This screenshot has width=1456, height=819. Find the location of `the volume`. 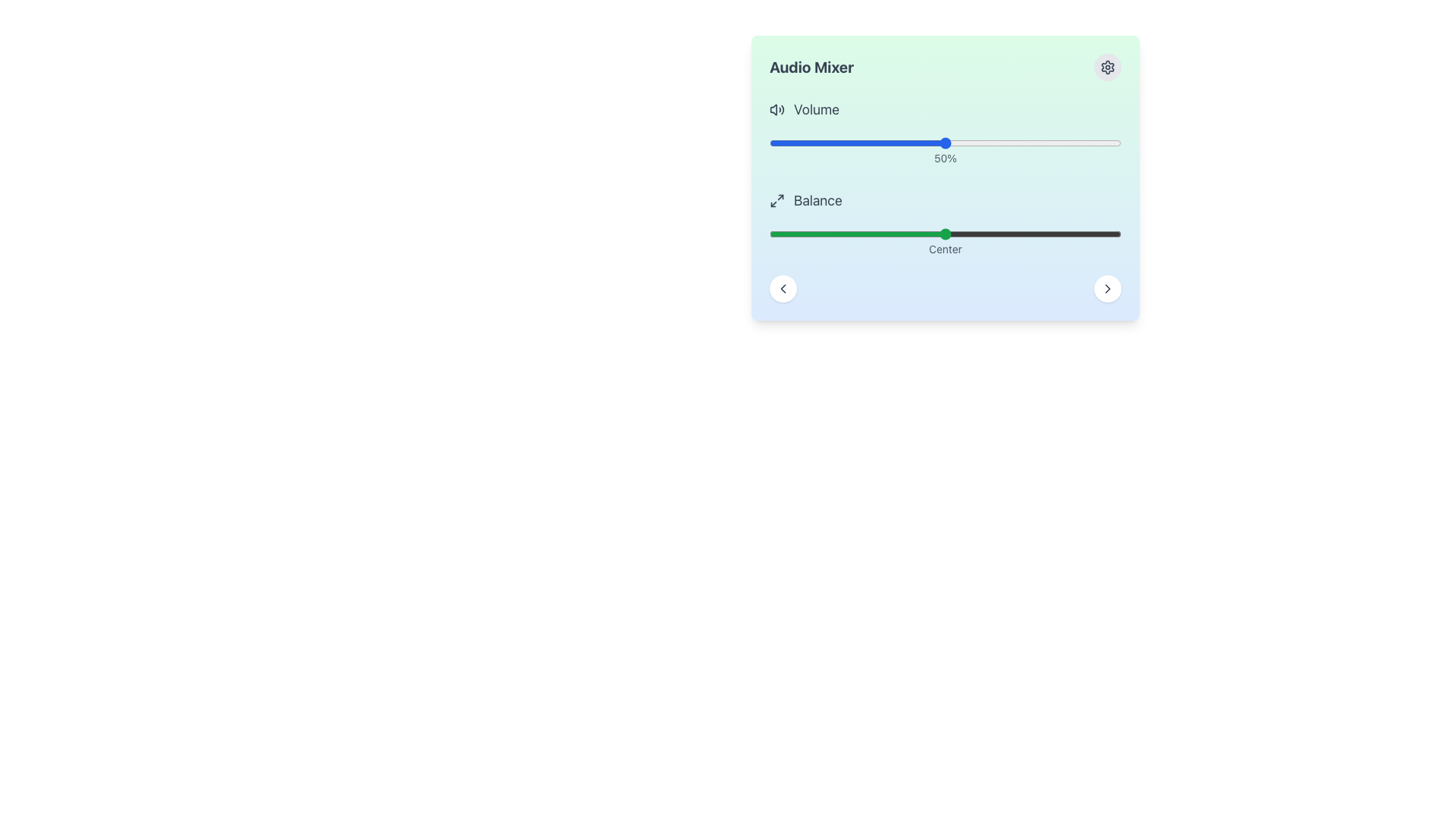

the volume is located at coordinates (903, 143).